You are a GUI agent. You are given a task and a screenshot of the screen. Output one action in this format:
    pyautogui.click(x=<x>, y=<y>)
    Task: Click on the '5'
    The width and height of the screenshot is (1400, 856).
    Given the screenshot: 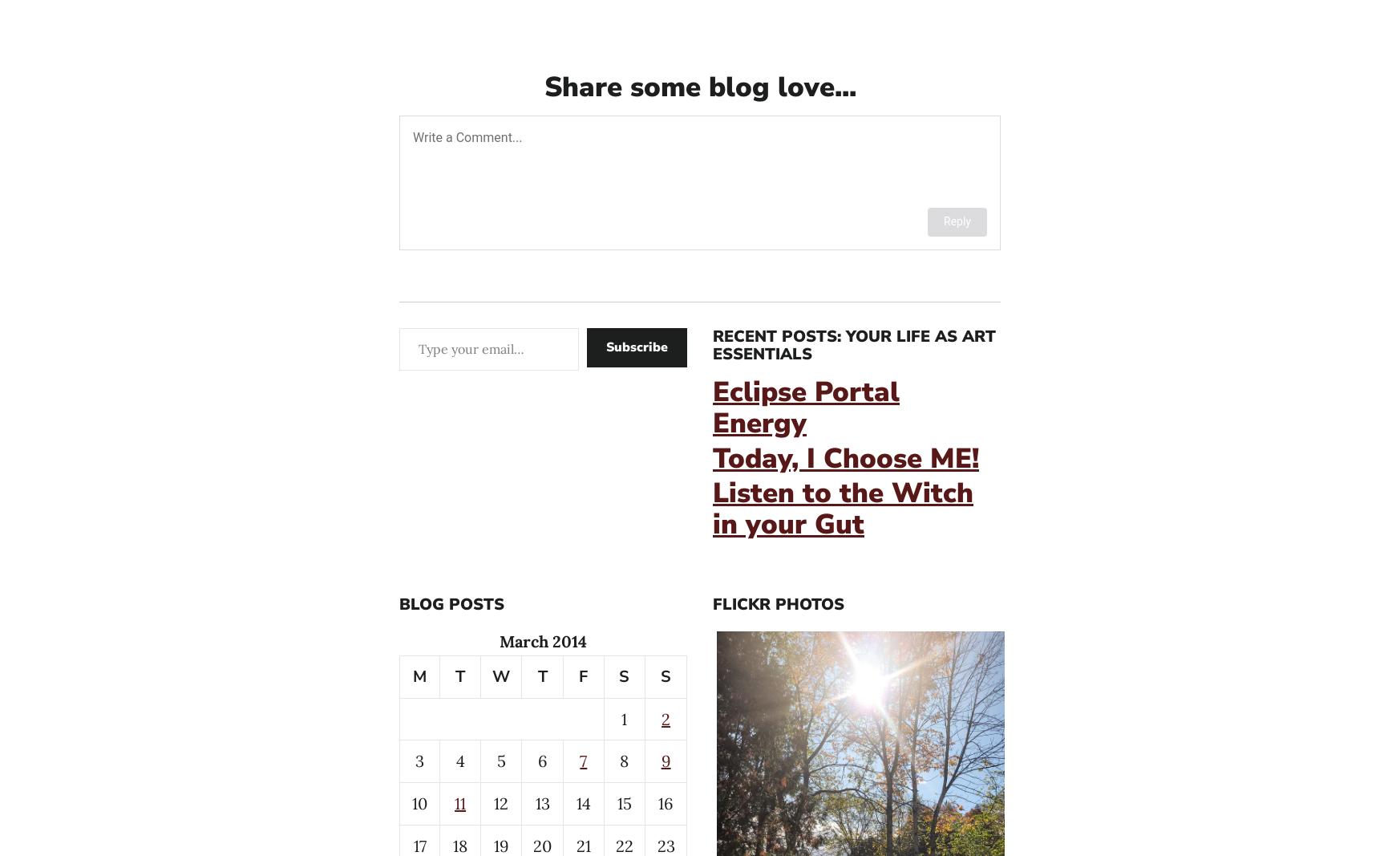 What is the action you would take?
    pyautogui.click(x=500, y=761)
    